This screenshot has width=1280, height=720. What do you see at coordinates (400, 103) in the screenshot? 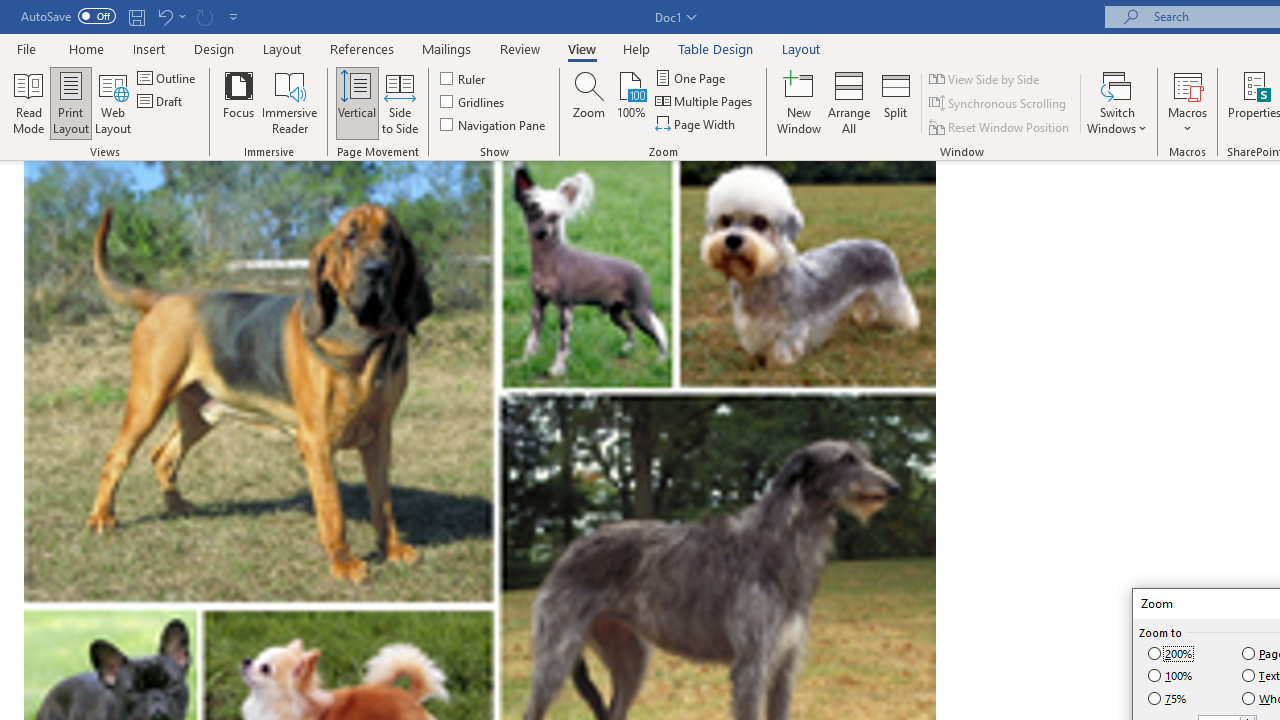
I see `'Side to Side'` at bounding box center [400, 103].